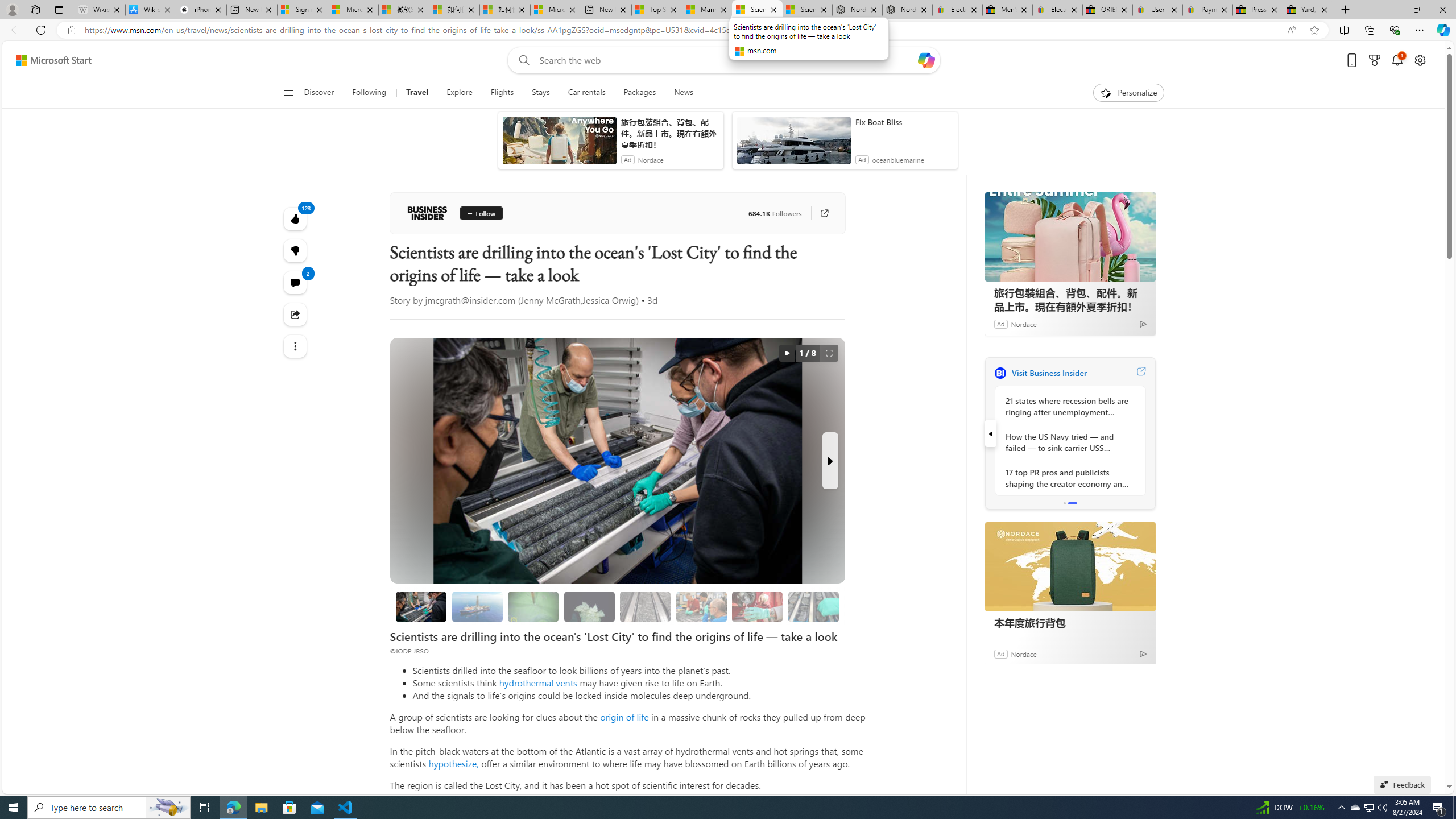  What do you see at coordinates (295, 218) in the screenshot?
I see `'123 Like'` at bounding box center [295, 218].